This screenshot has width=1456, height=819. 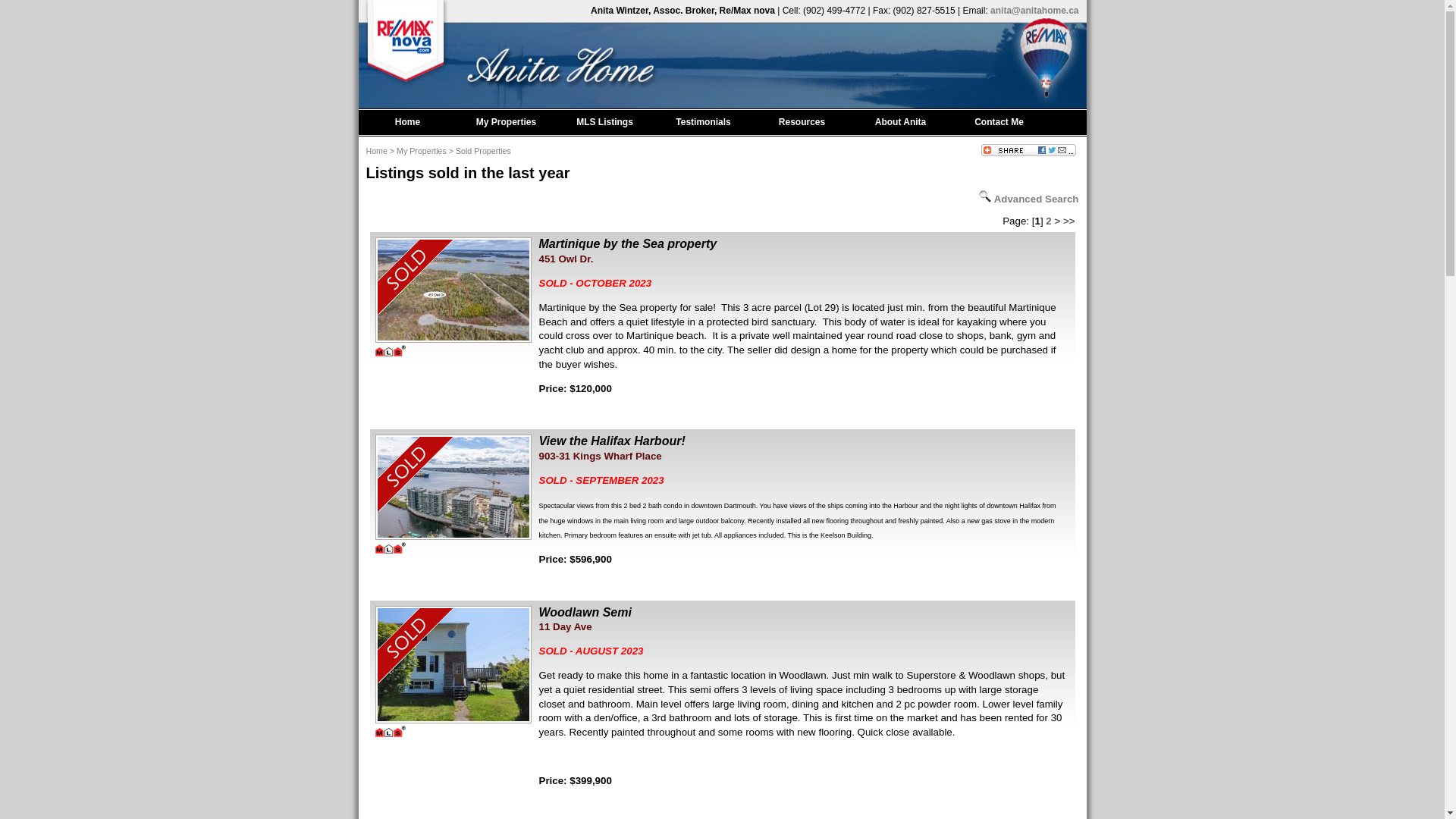 I want to click on '>>', so click(x=1068, y=221).